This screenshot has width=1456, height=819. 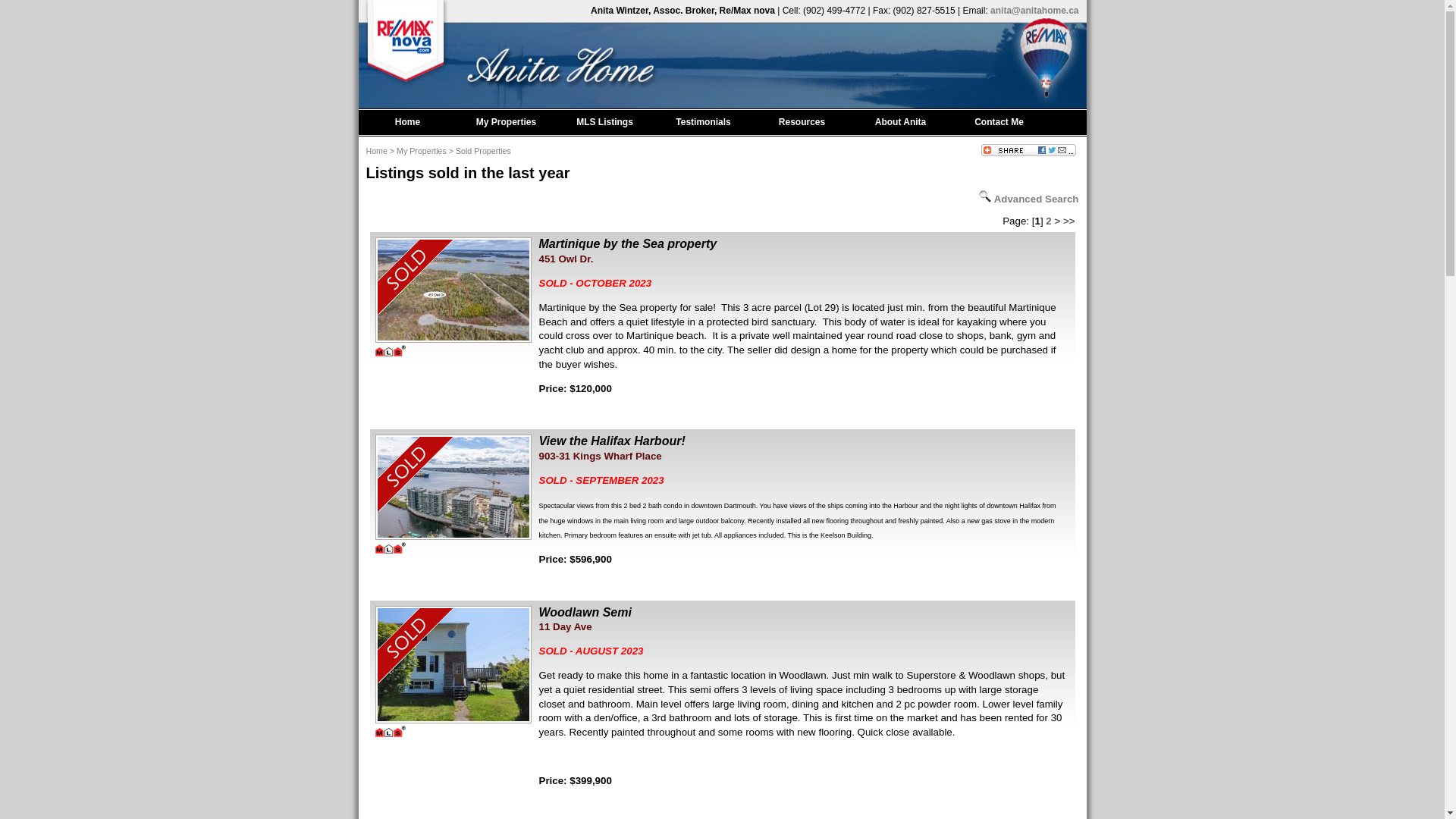 I want to click on '>>', so click(x=1068, y=221).